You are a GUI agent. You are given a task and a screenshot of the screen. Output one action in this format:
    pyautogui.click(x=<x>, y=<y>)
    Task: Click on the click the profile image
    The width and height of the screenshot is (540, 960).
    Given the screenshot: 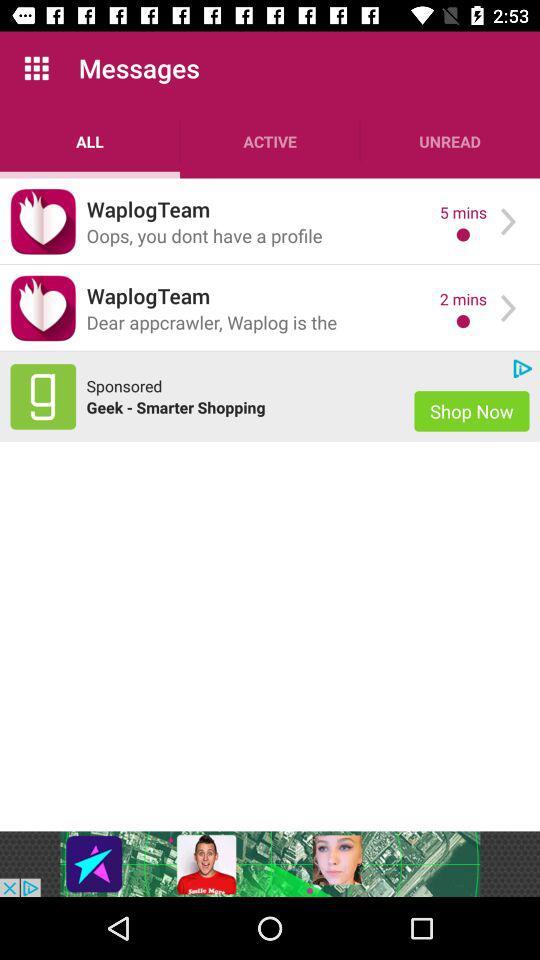 What is the action you would take?
    pyautogui.click(x=43, y=308)
    